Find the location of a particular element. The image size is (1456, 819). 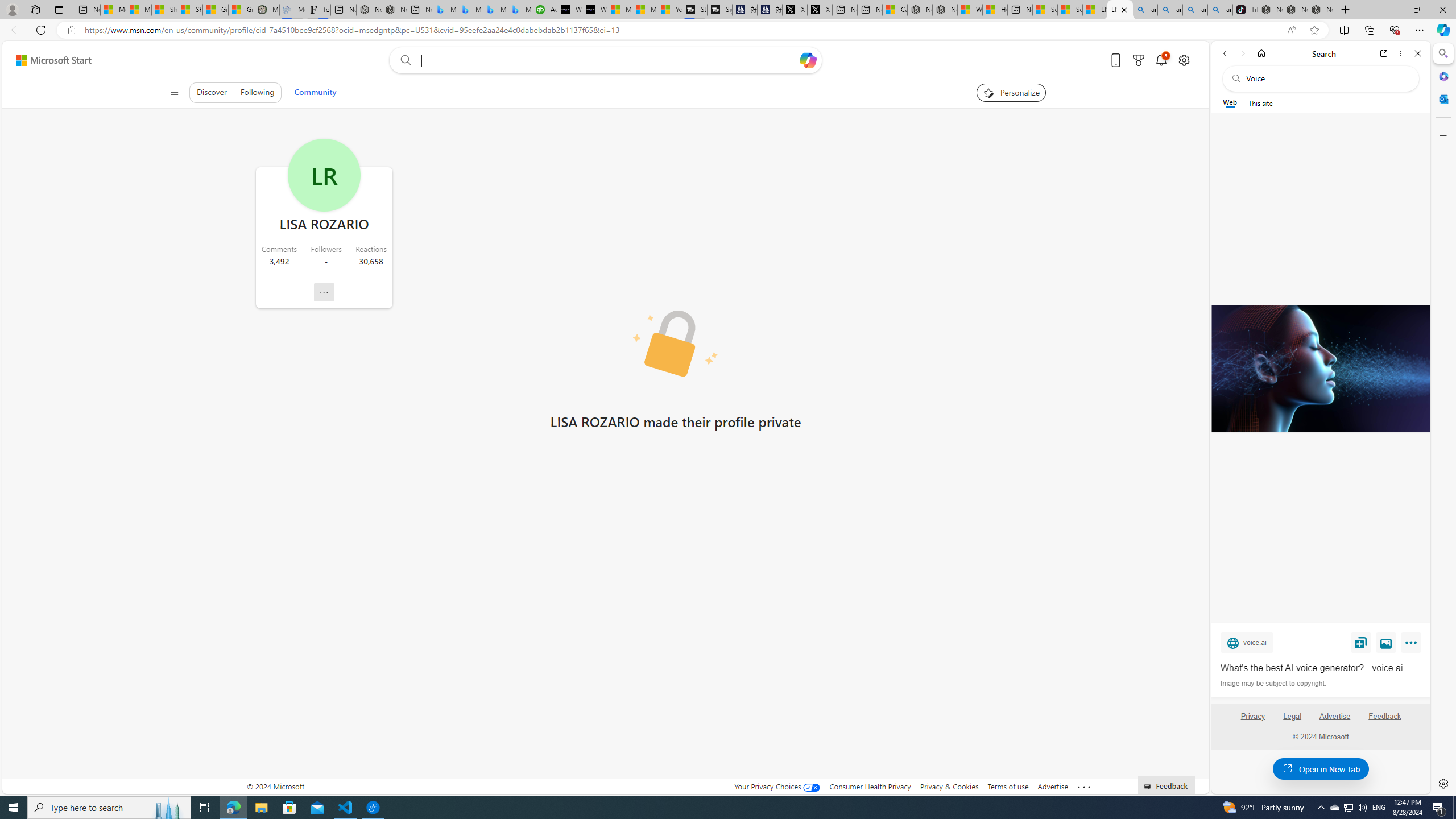

'More options' is located at coordinates (1401, 53).